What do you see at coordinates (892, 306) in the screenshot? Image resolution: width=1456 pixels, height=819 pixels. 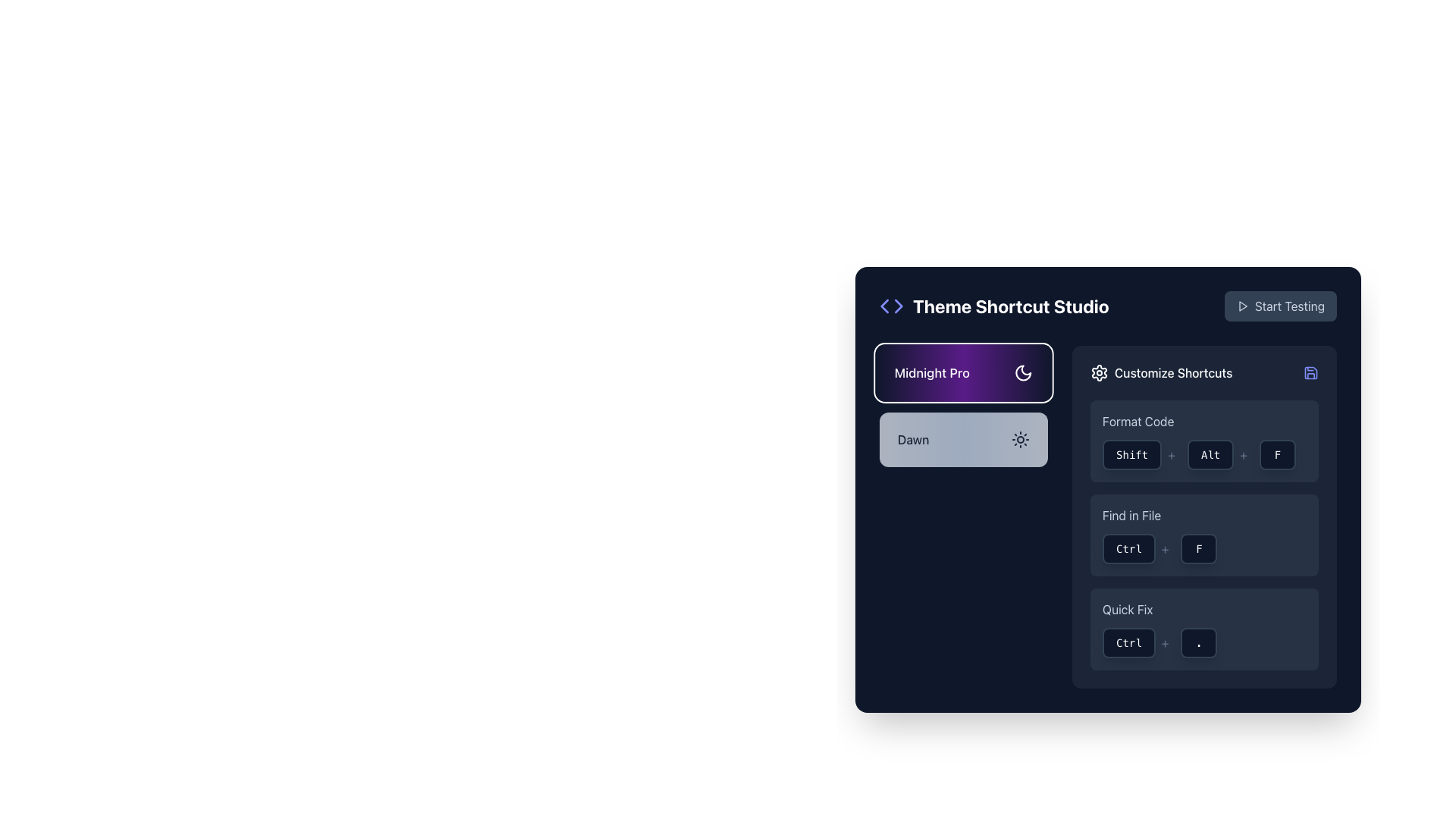 I see `the left-pointing chevron icon in the top-left corner of the 'Theme Shortcut Studio' interface` at bounding box center [892, 306].